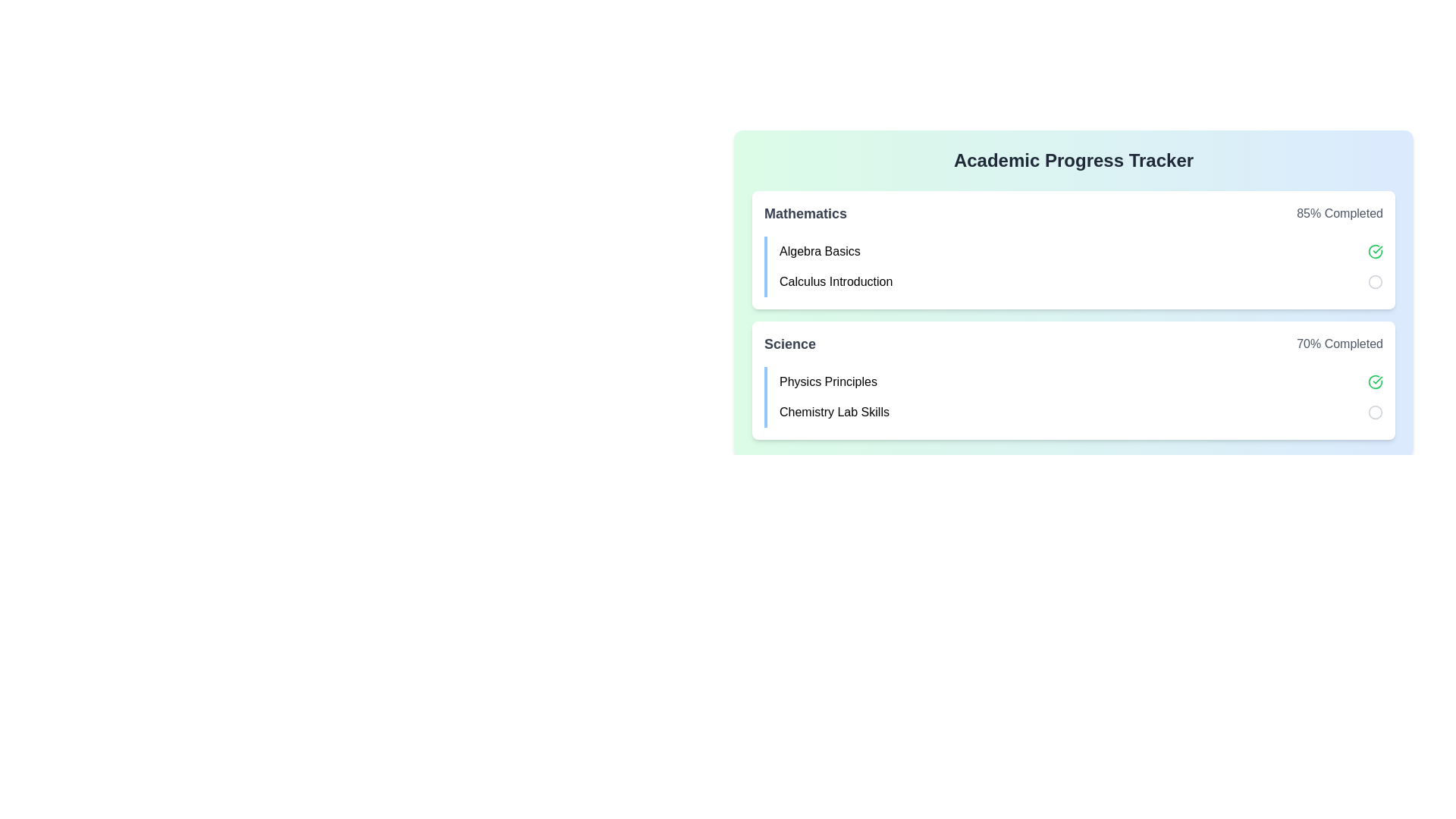 The width and height of the screenshot is (1456, 819). I want to click on text label indicating 'Science' in the second horizontal row of the 'Academic Progress Tracker' interface, which serves as a header for the row, so click(789, 344).